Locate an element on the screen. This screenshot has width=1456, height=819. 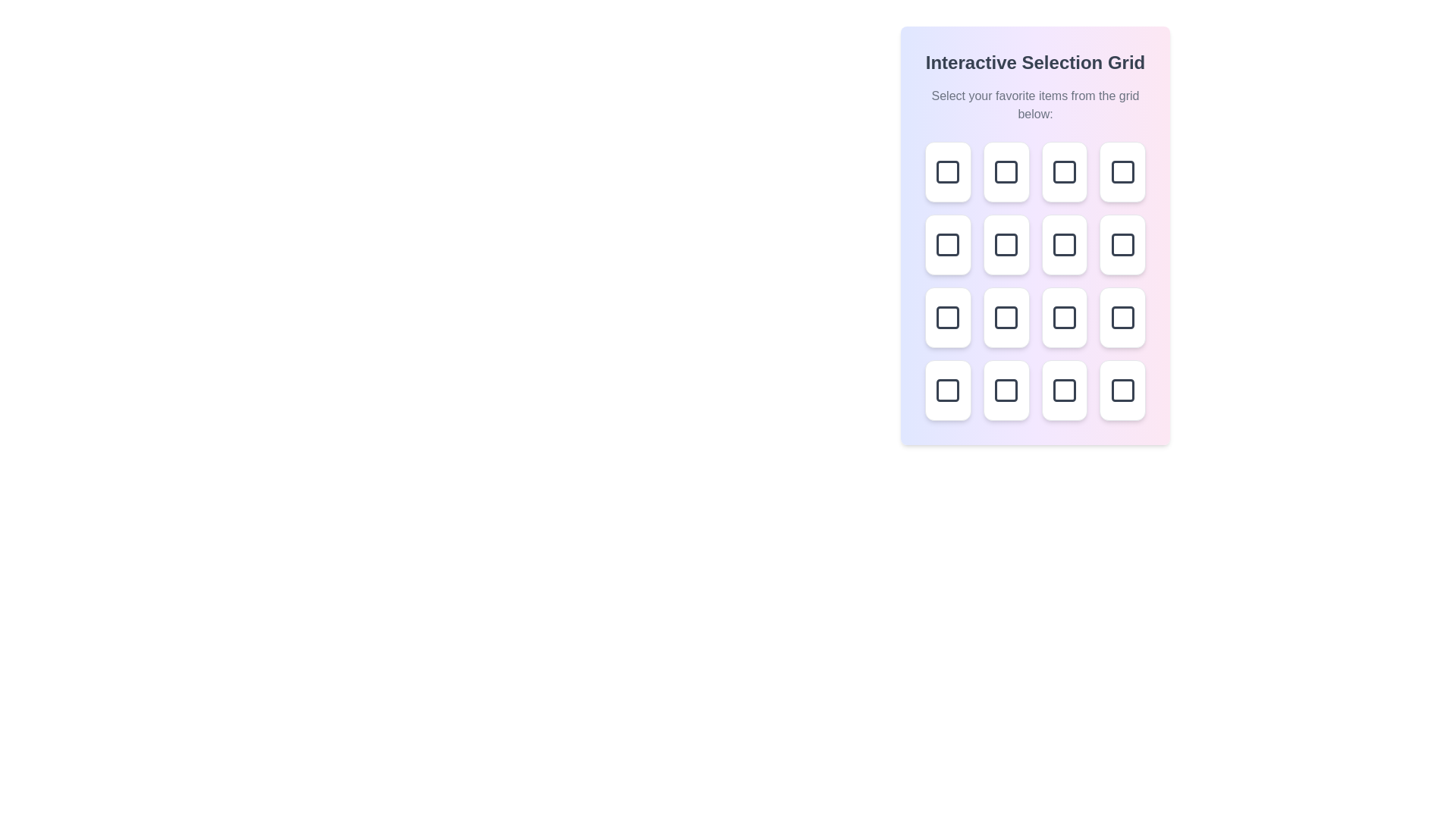
the graphical placeholder in the second row and second column of the 'Interactive Selection Grid' to make a selection is located at coordinates (1063, 171).